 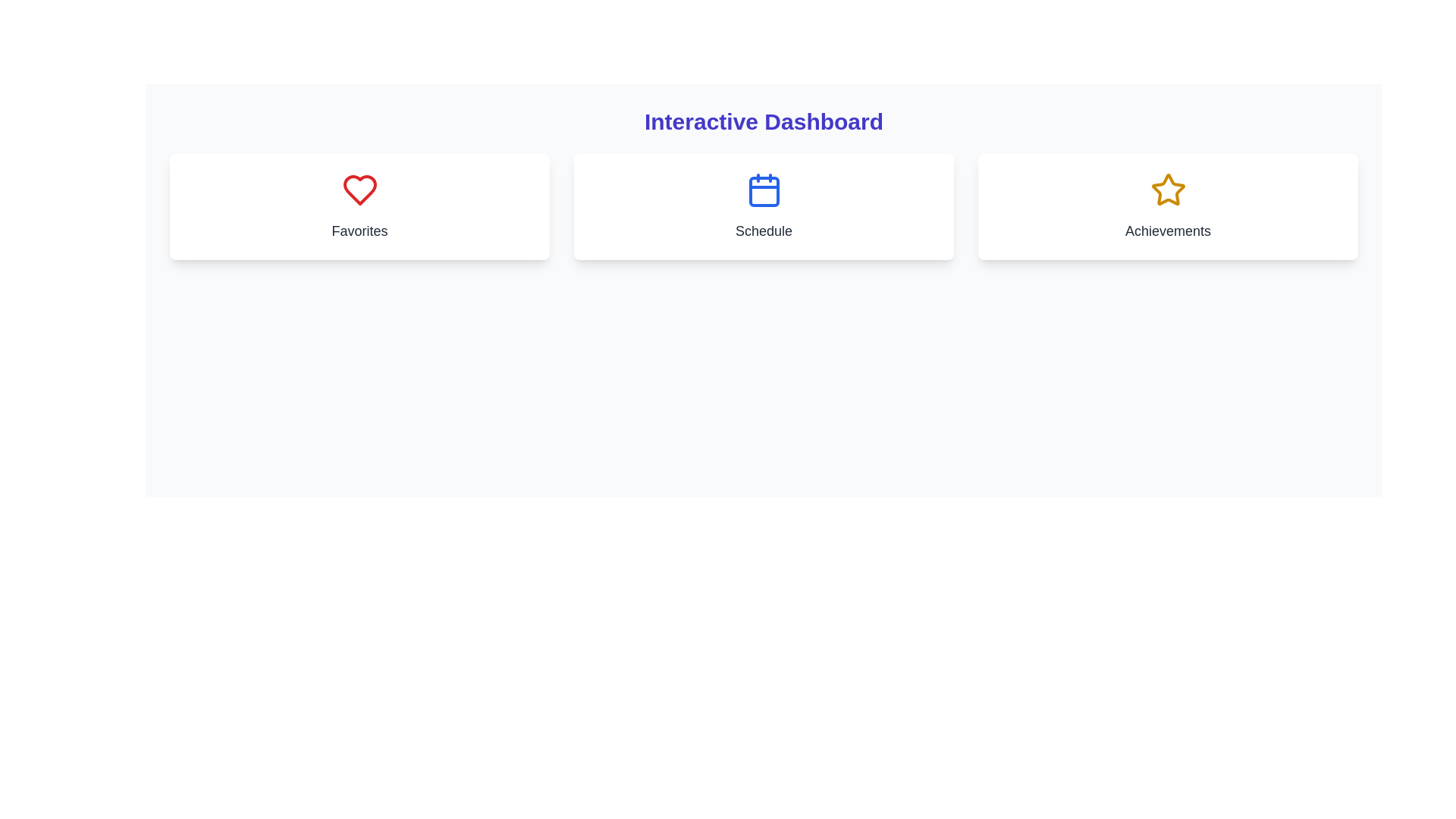 I want to click on the 'Favorites' card component, which is the first card in a row of three, so click(x=359, y=207).